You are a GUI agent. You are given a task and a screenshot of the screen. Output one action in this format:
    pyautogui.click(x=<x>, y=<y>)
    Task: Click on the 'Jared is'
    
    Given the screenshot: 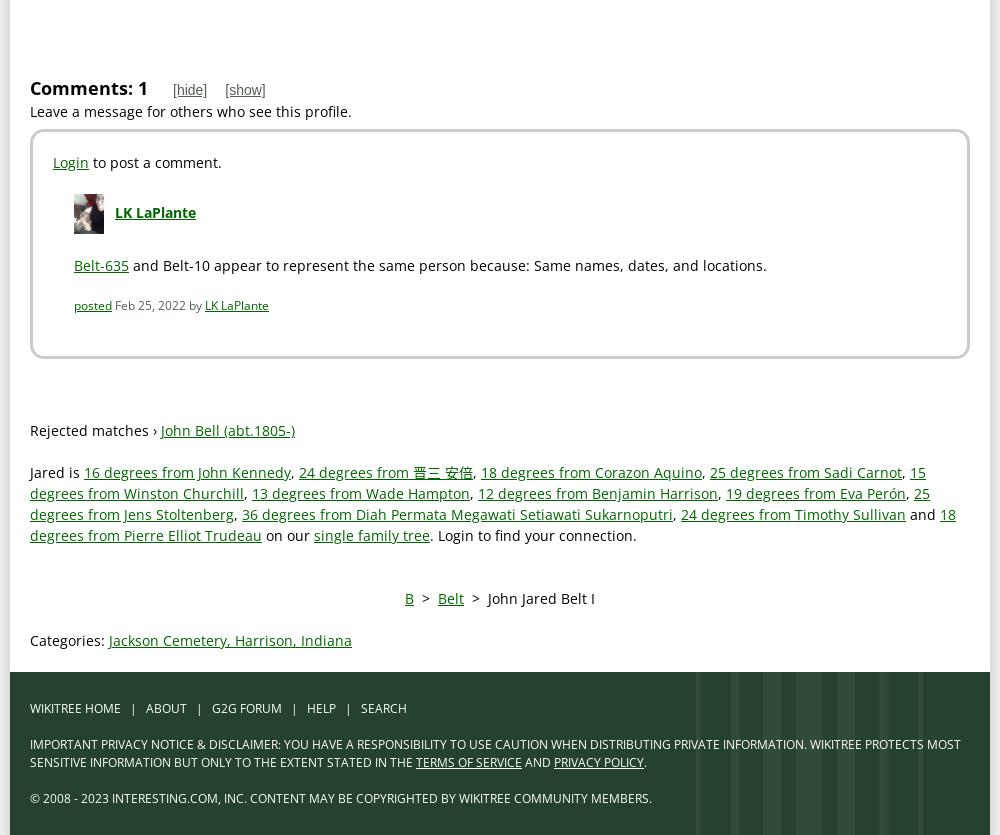 What is the action you would take?
    pyautogui.click(x=30, y=471)
    